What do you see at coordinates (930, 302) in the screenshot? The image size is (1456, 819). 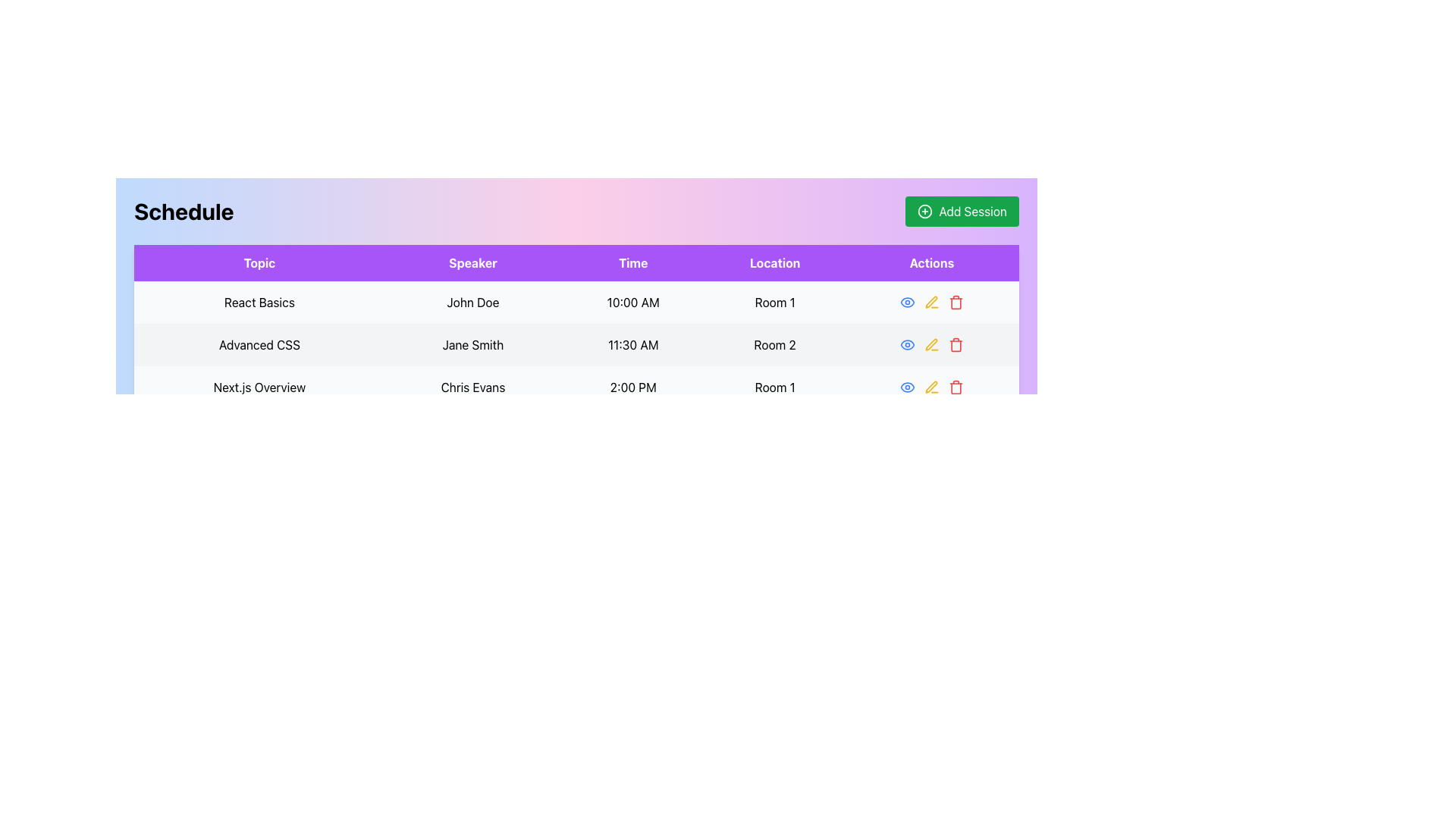 I see `the edit button in the 'Actions' column of the table for the second row associated with the 'Advanced CSS' topic to modify the details` at bounding box center [930, 302].